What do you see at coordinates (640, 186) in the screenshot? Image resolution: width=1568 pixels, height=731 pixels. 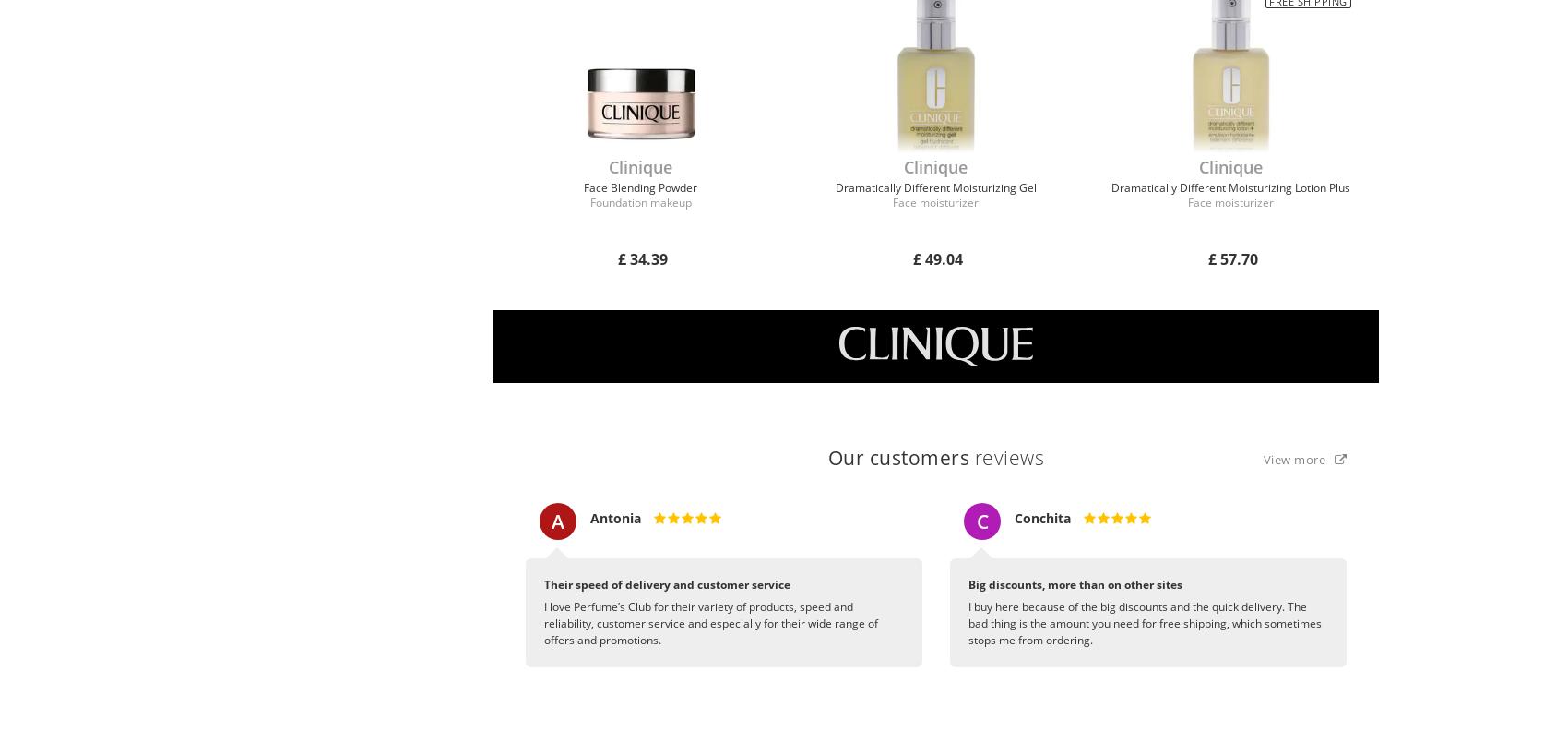 I see `'Face Blending Powder'` at bounding box center [640, 186].